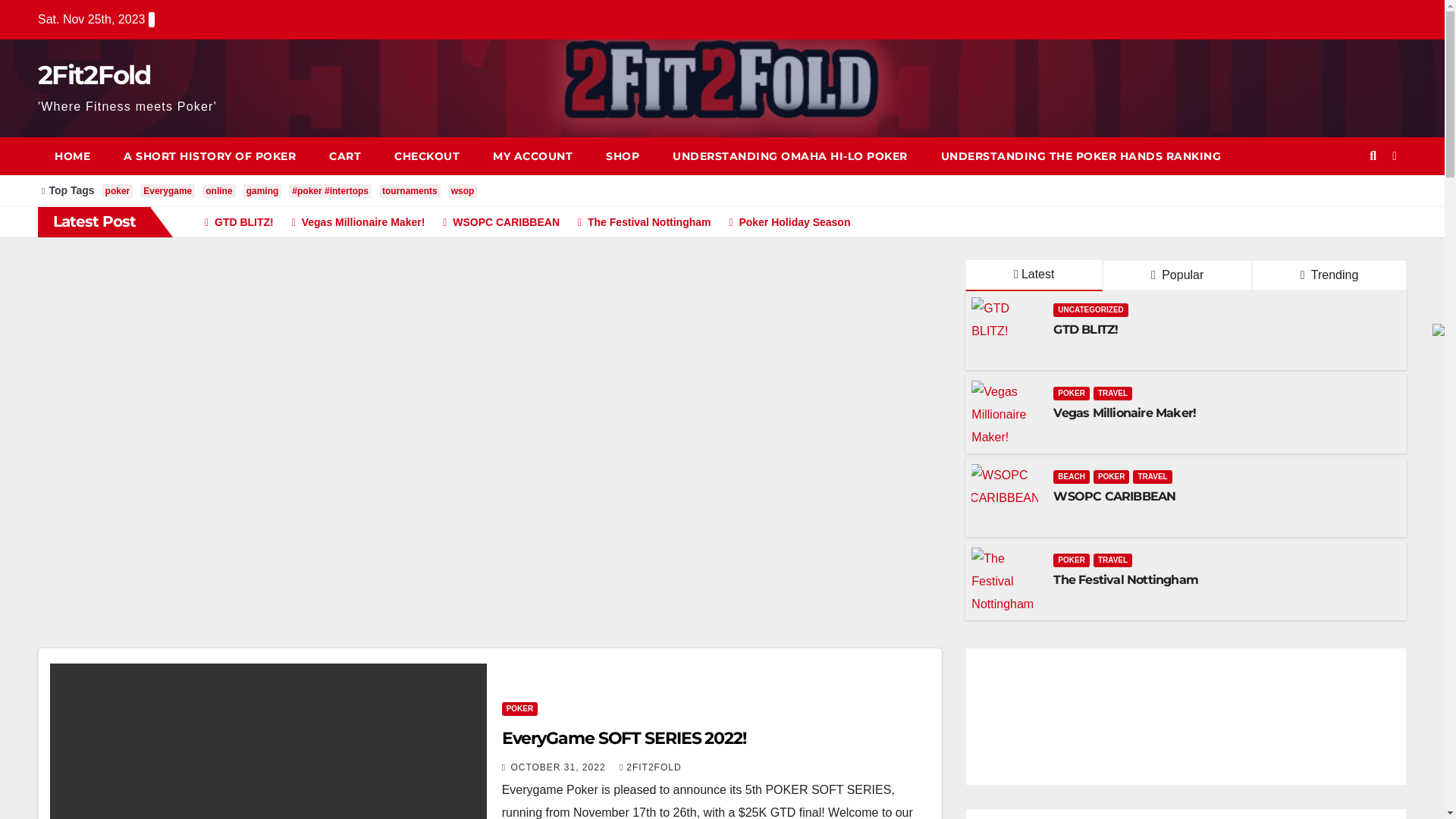  Describe the element at coordinates (1033, 275) in the screenshot. I see `'Latest'` at that location.